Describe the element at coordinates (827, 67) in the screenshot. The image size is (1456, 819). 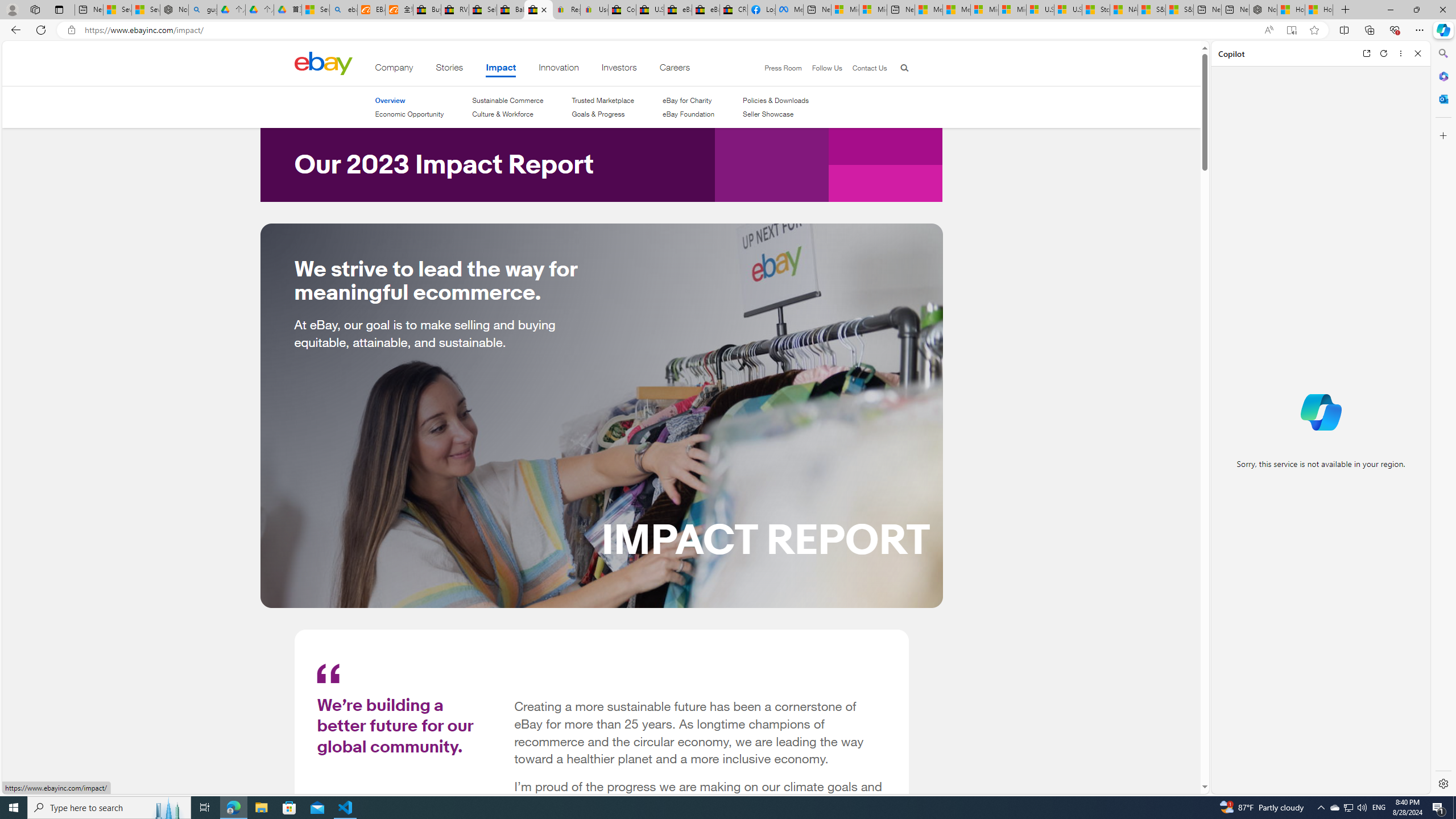
I see `'Follow Us'` at that location.